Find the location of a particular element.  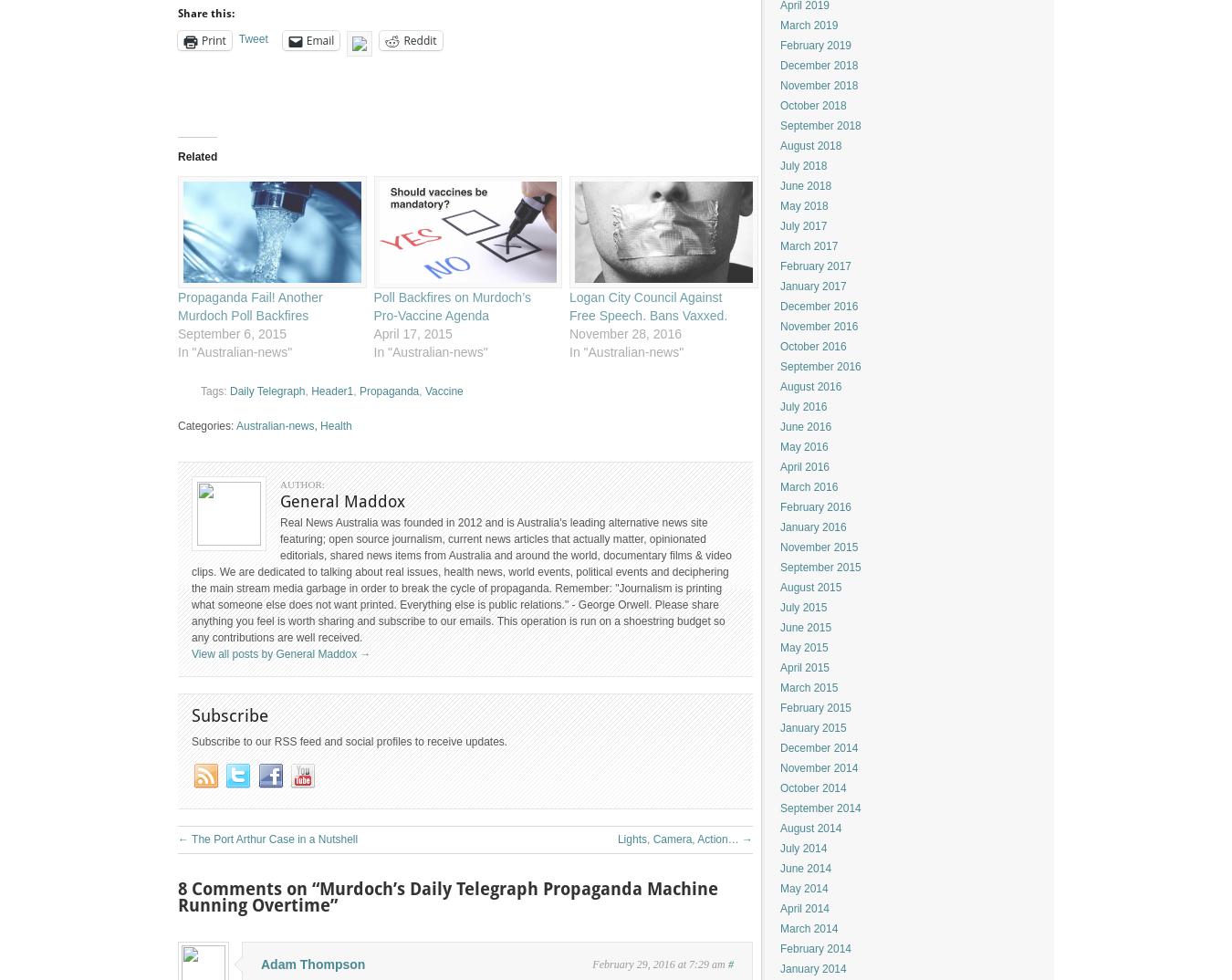

'January 2014' is located at coordinates (813, 968).